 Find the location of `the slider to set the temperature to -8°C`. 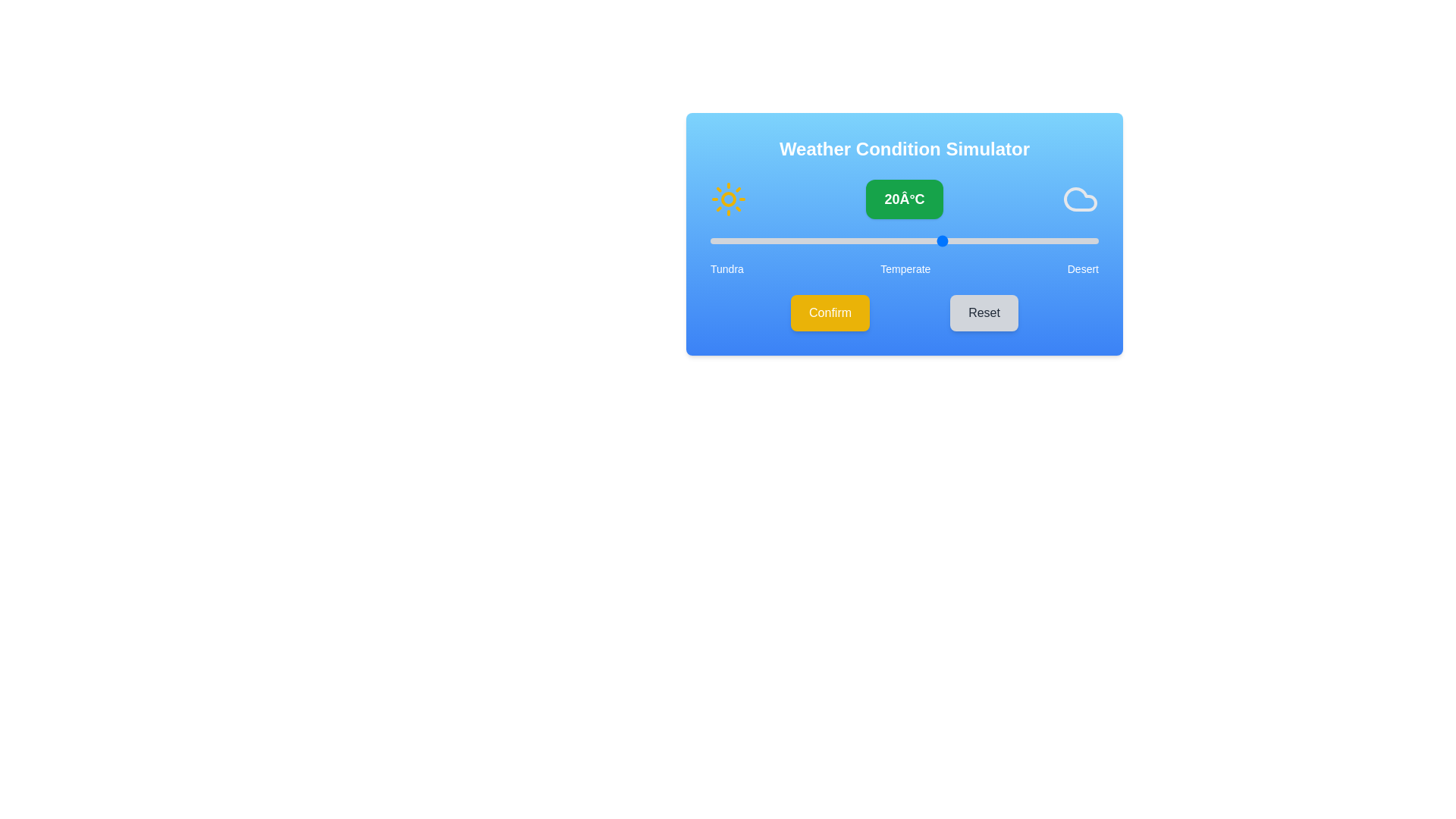

the slider to set the temperature to -8°C is located at coordinates (725, 240).